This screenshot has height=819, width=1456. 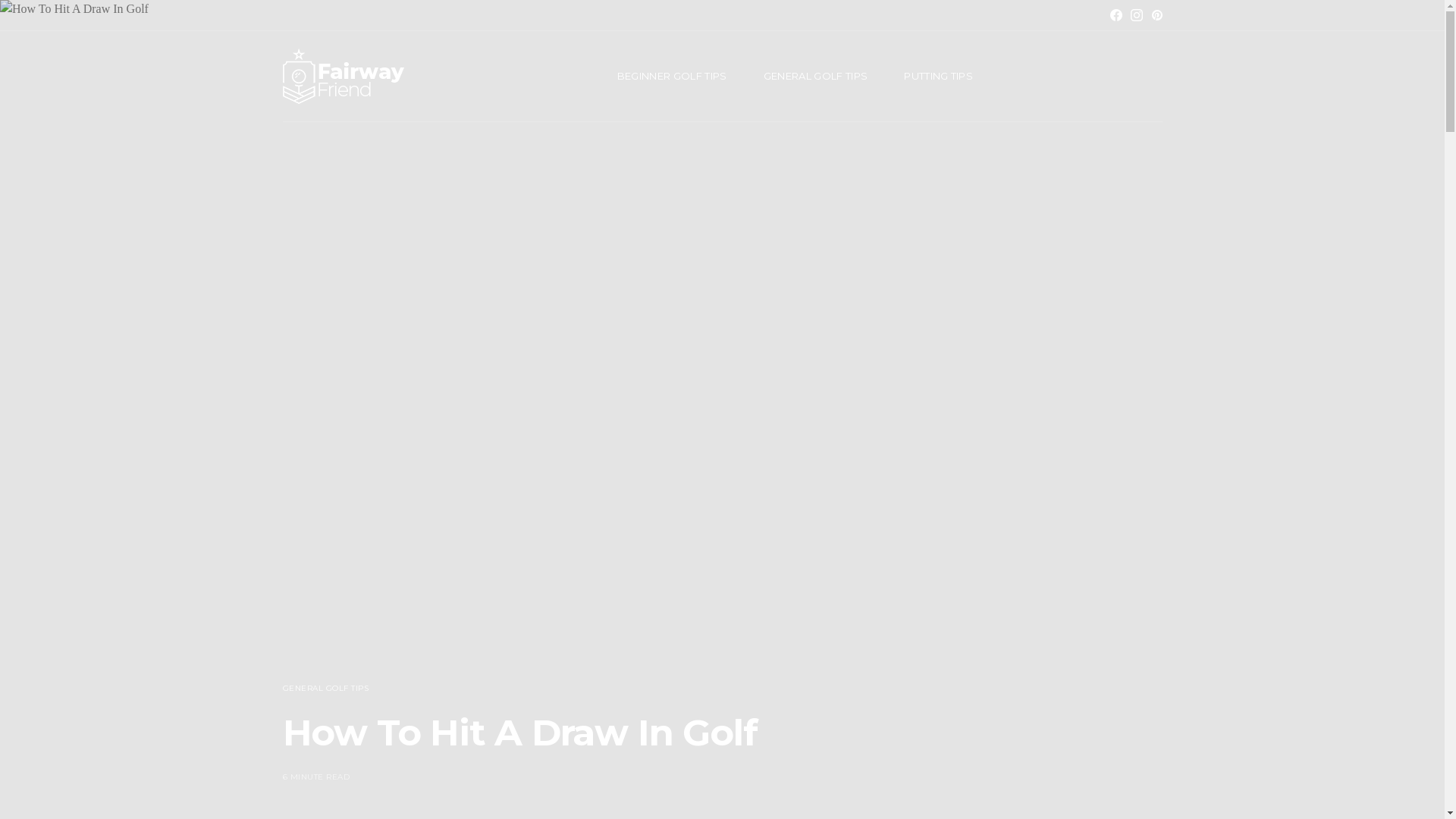 I want to click on 'PUTTING TIPS', so click(x=937, y=76).